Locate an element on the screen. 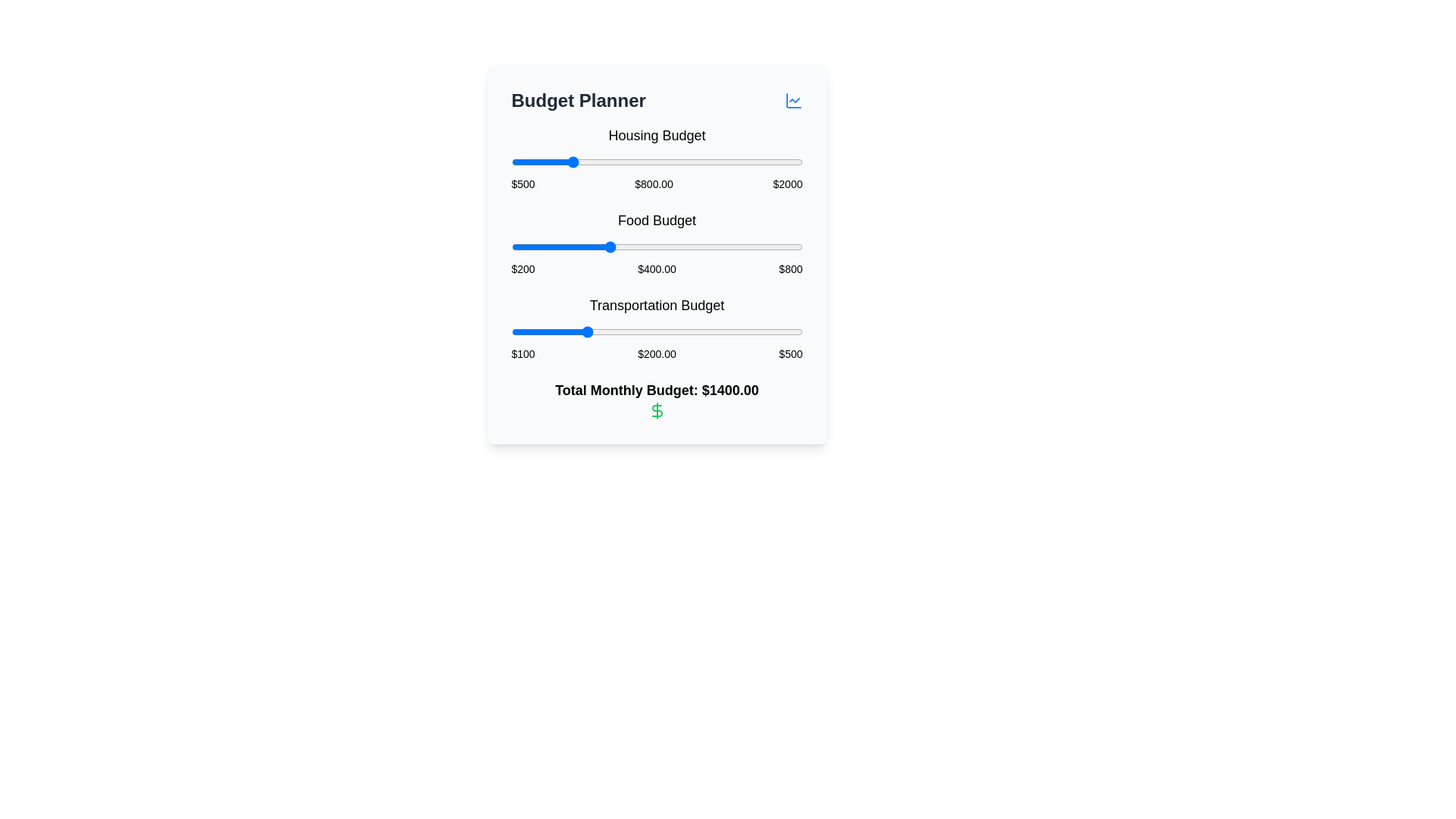 This screenshot has height=819, width=1456. the transportation budget is located at coordinates (756, 331).